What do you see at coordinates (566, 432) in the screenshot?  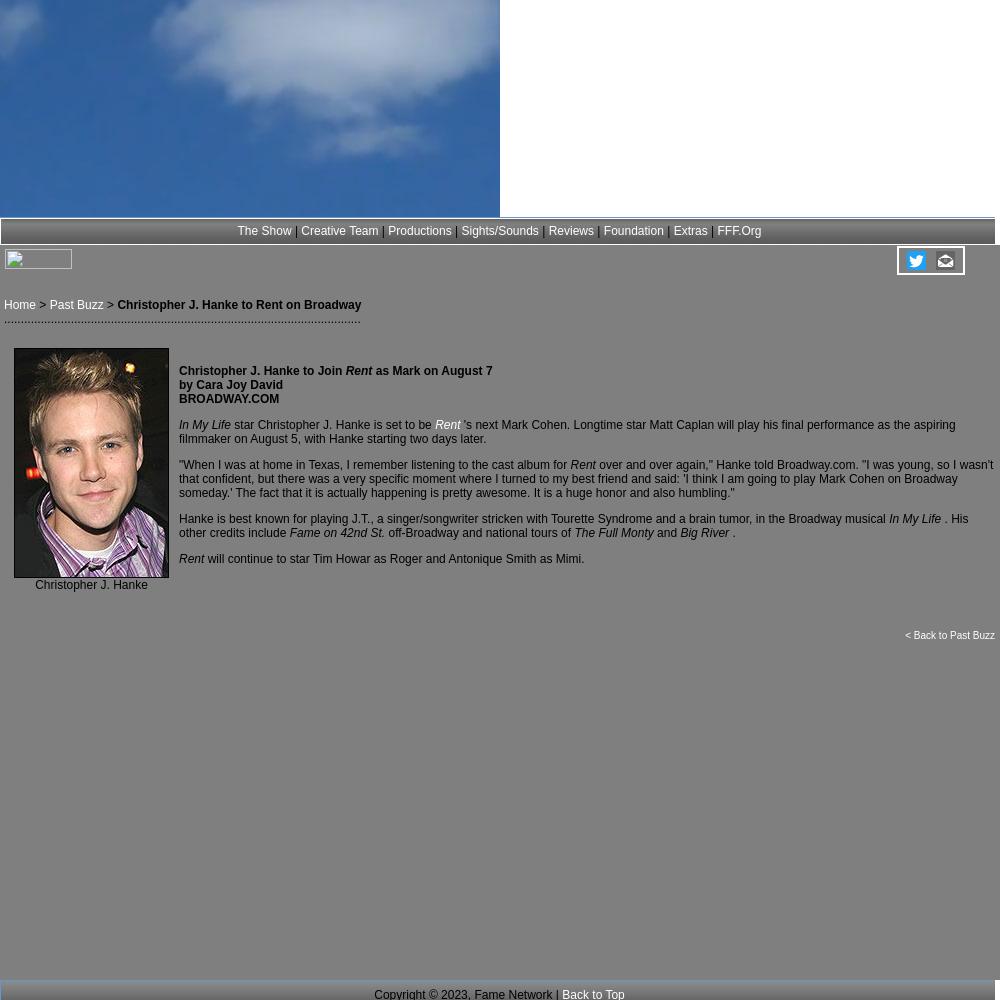 I see `''s next Mark Cohen. Longtime star Matt Caplan will play his final performance as the aspiring filmmaker on August 5, with Hanke starting two days later.'` at bounding box center [566, 432].